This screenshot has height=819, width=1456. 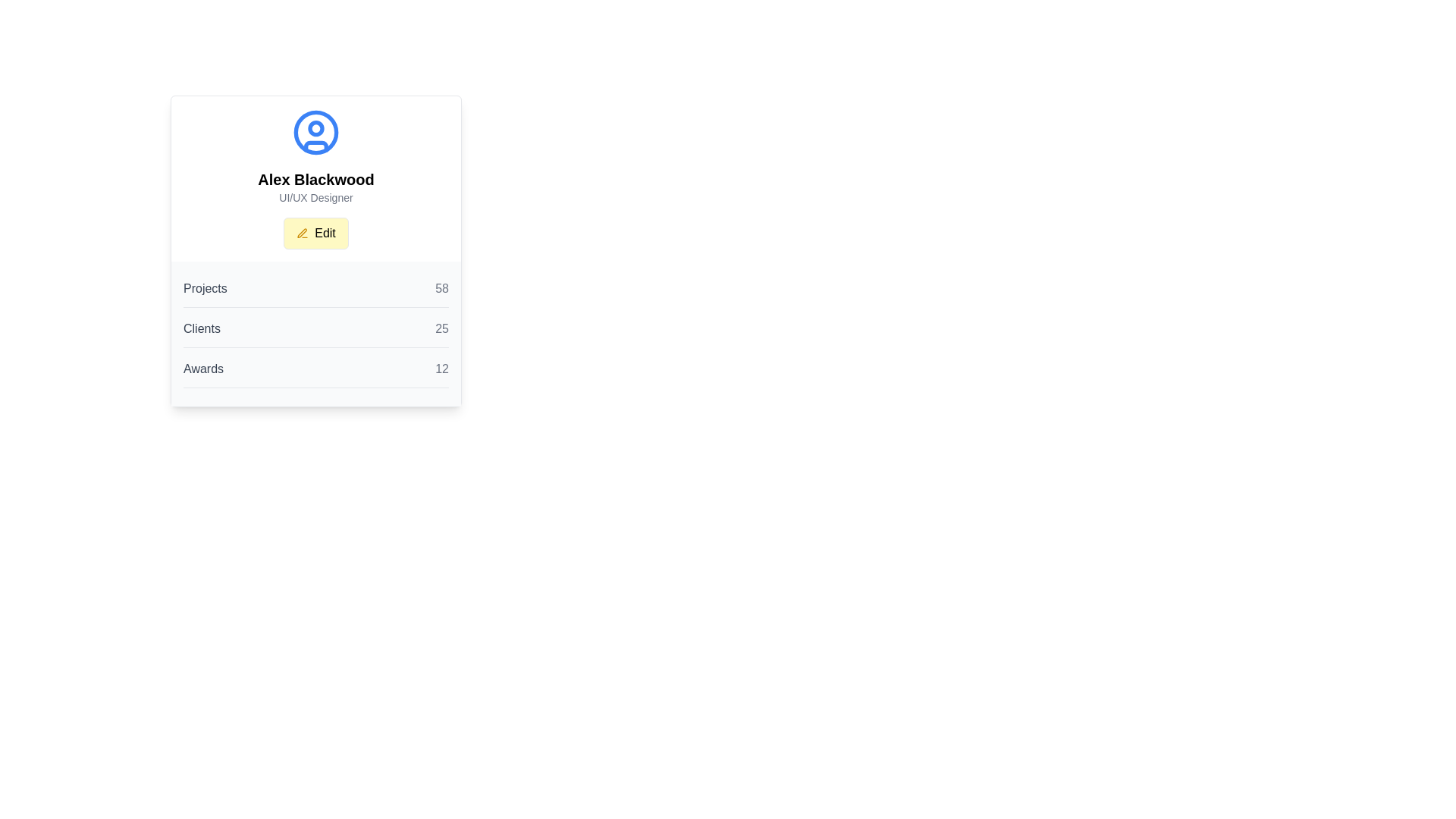 I want to click on the 'Edit' text label within the button that is located to the right of a pencil icon and aligned in a yellow button below the user profile card, so click(x=324, y=234).